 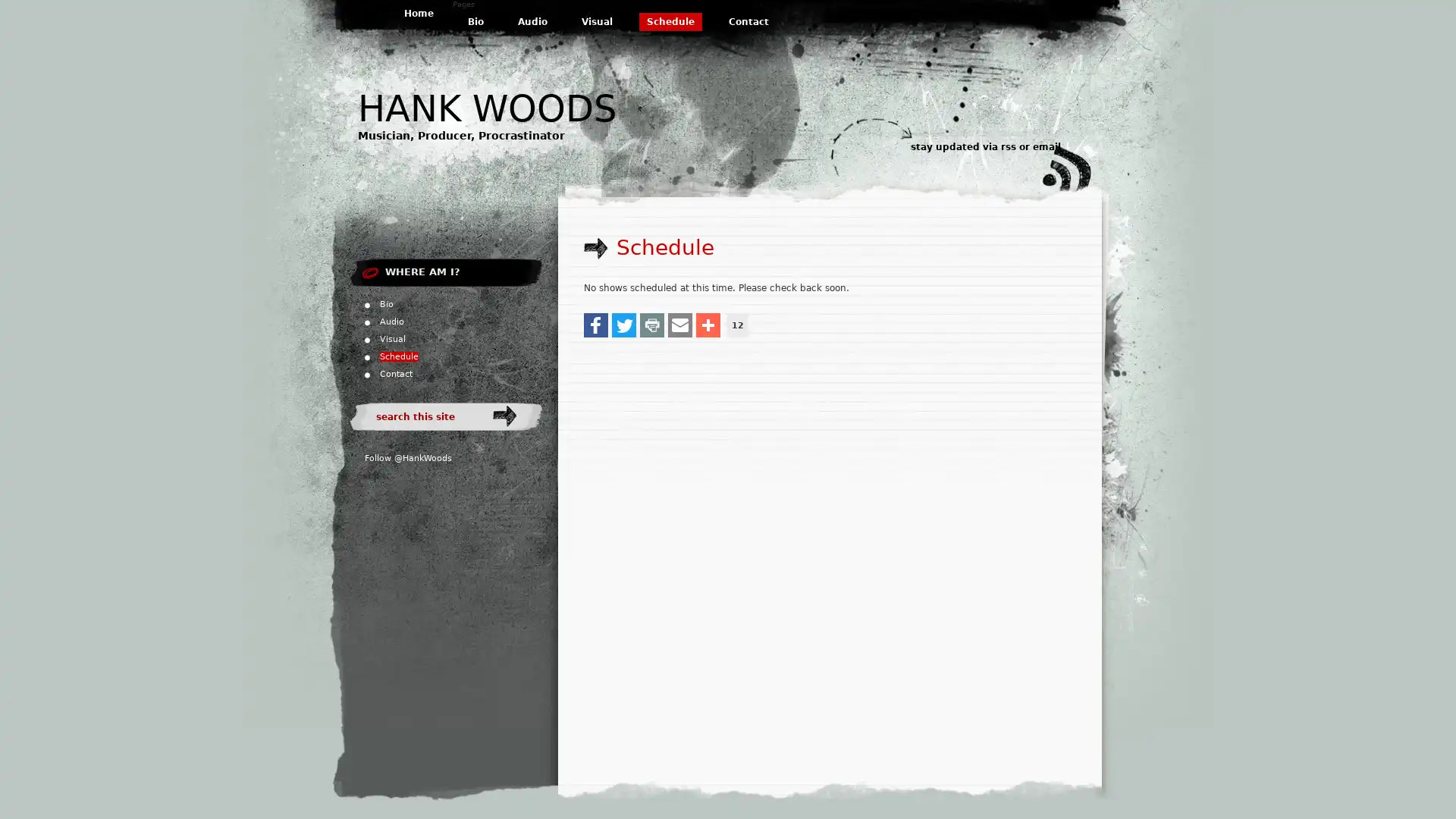 What do you see at coordinates (708, 324) in the screenshot?
I see `Share to More` at bounding box center [708, 324].